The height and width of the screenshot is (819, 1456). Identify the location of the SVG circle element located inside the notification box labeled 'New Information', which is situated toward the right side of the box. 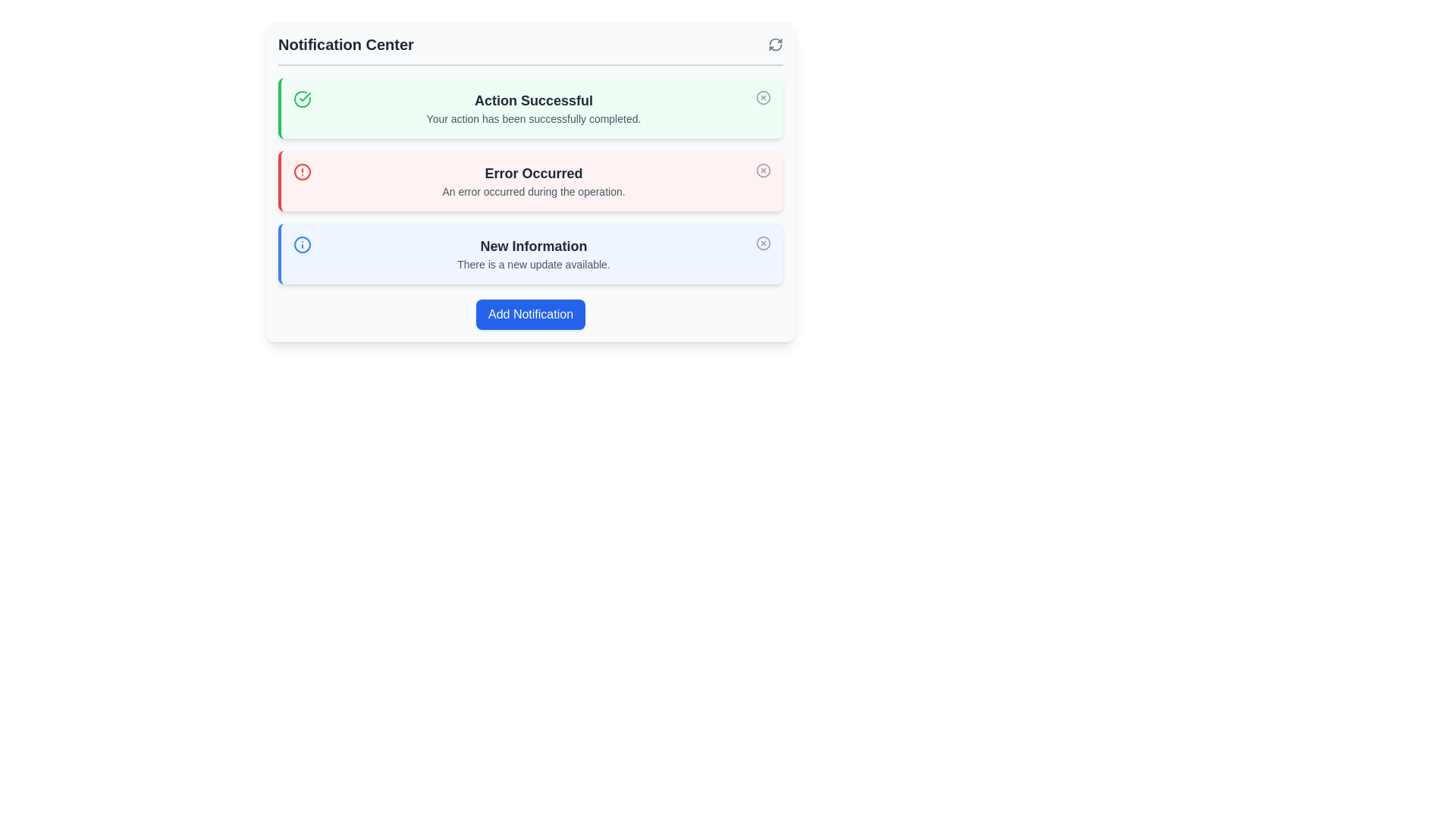
(764, 242).